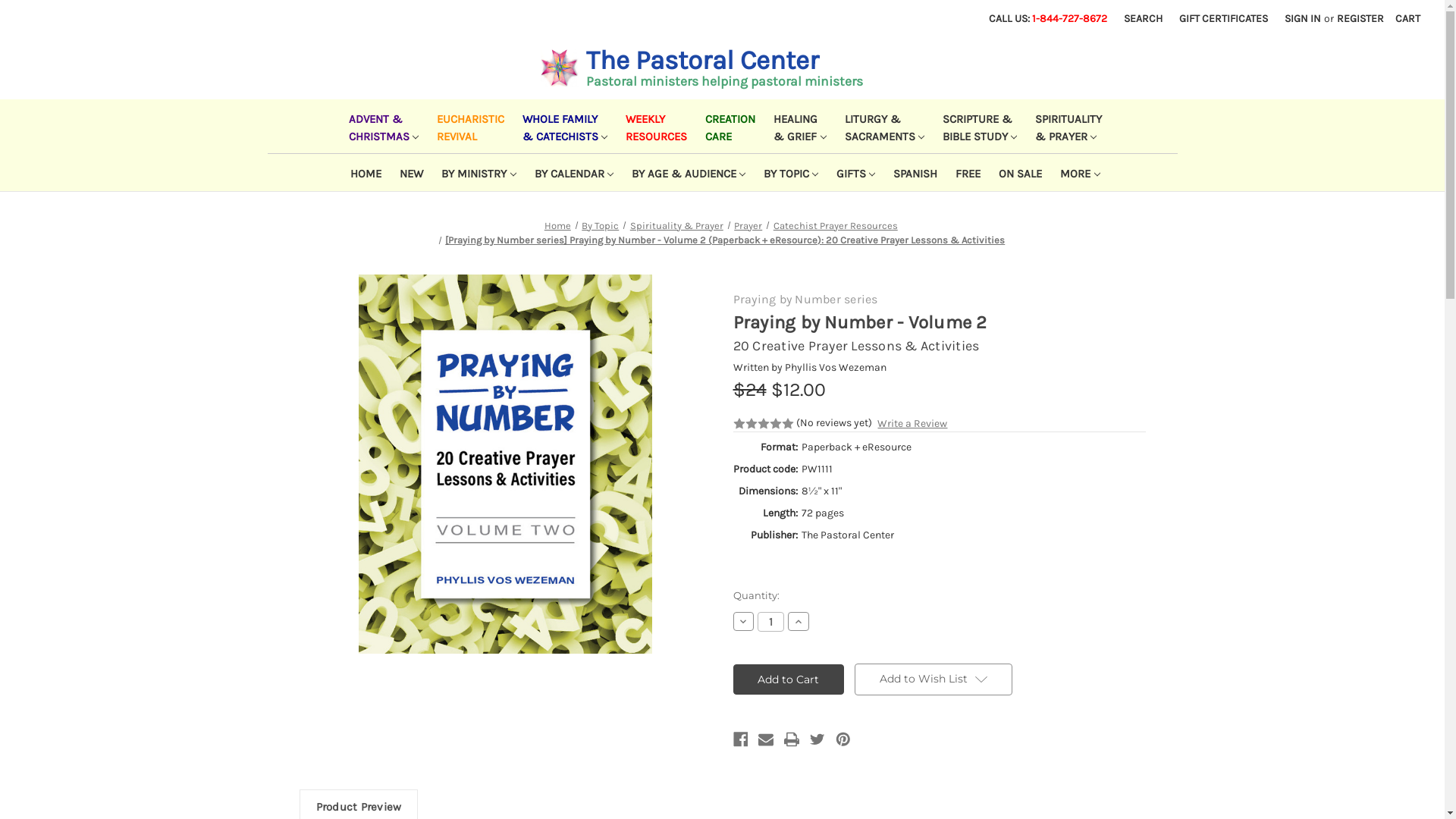  Describe the element at coordinates (795, 125) in the screenshot. I see `'HEALING` at that location.